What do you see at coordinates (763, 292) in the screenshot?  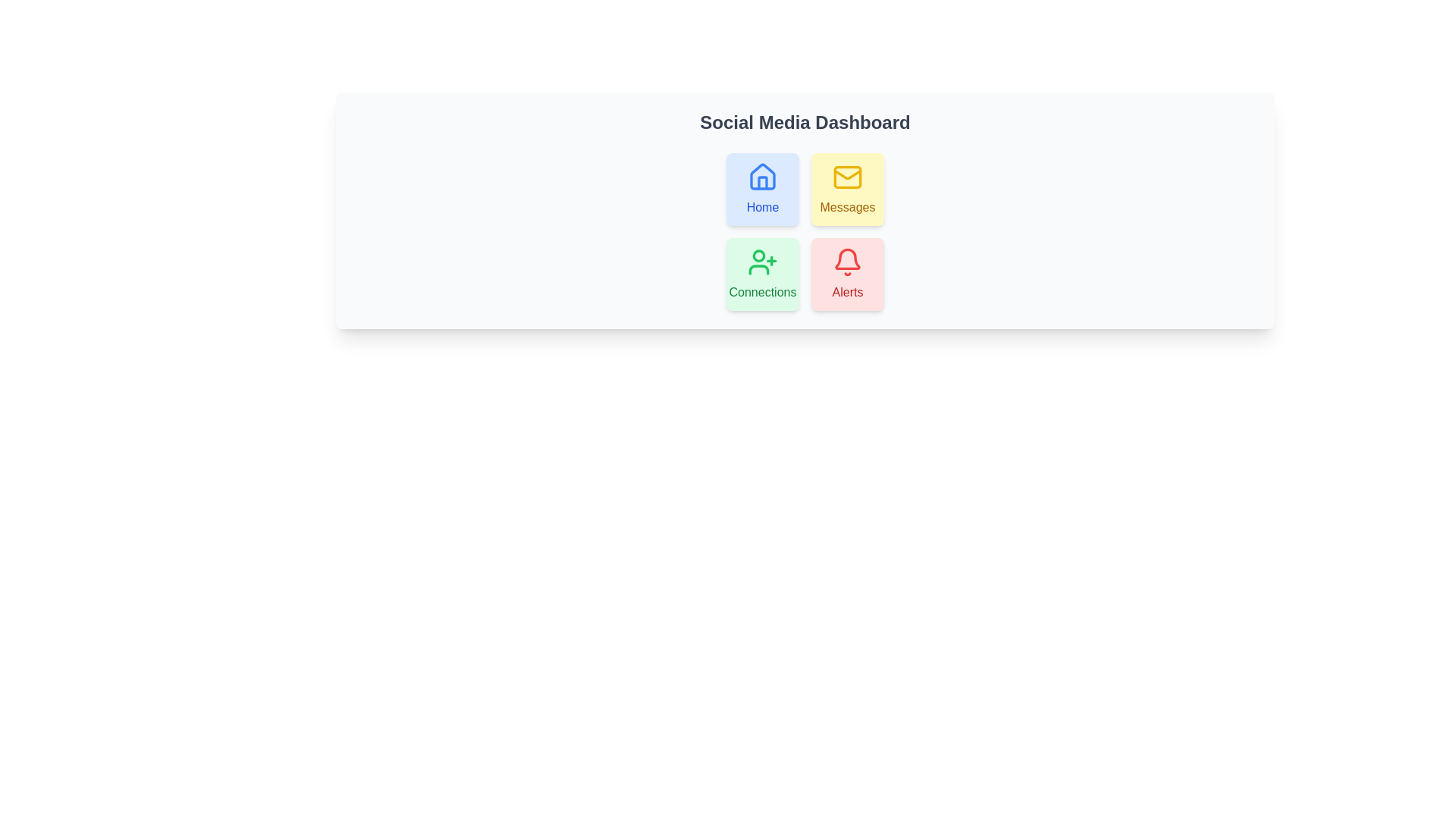 I see `the 'Connections' text label, which is styled in green and located within the third button of the grid under 'Social Media Dashboard'` at bounding box center [763, 292].